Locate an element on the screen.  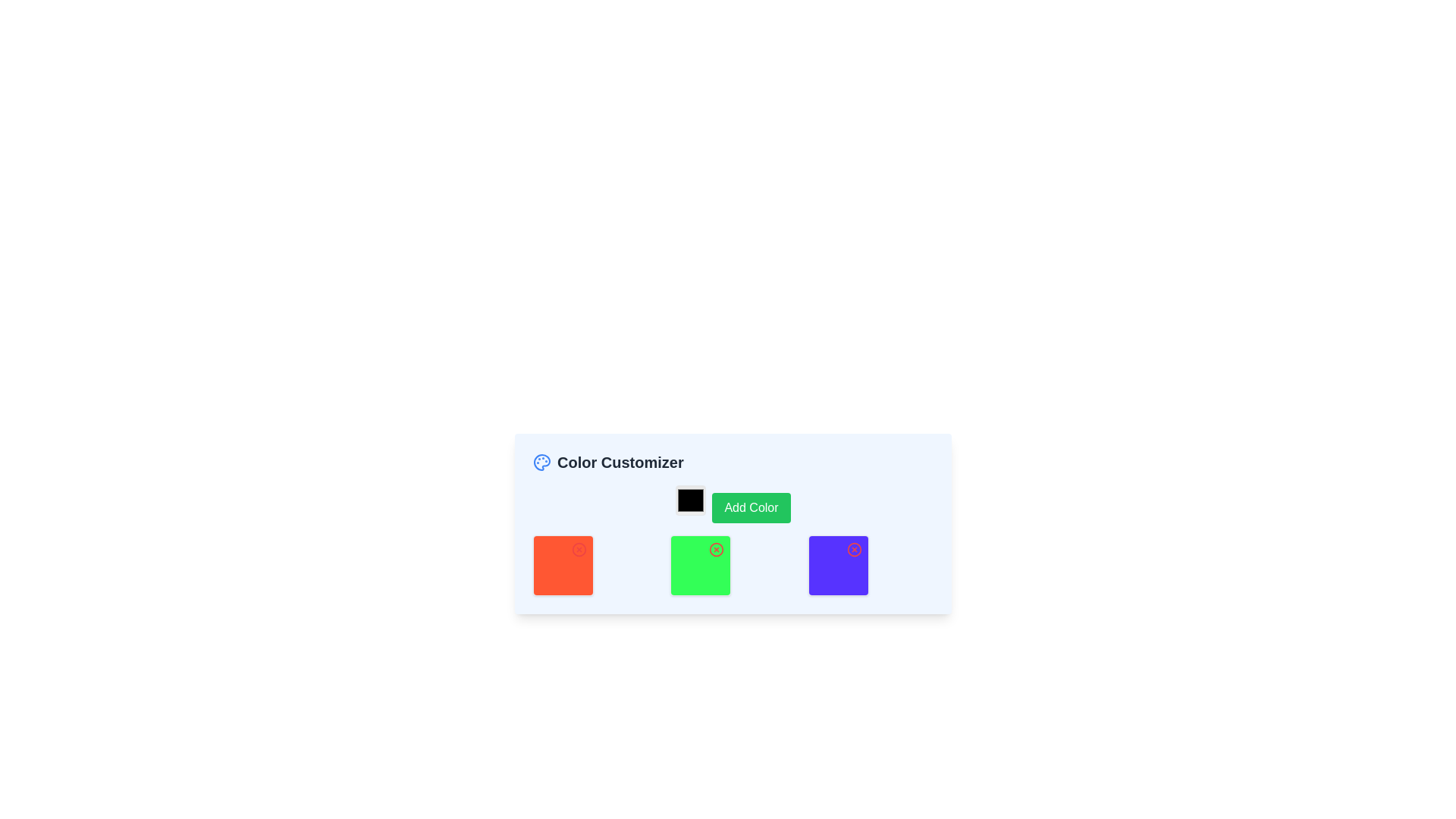
the blue palette icon located to the left of the 'Color Customizer' text to interact with it is located at coordinates (542, 461).